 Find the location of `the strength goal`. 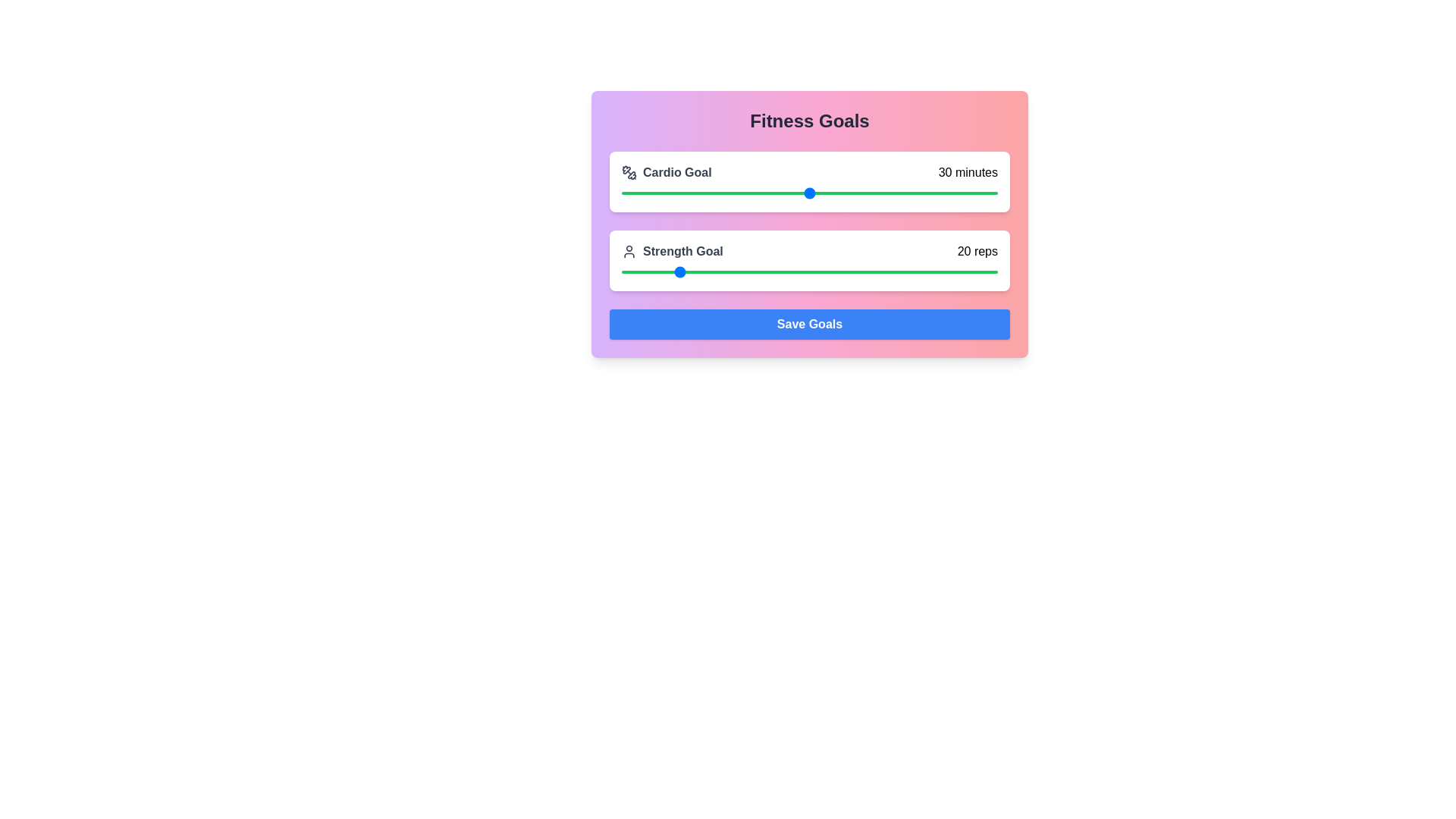

the strength goal is located at coordinates (654, 271).